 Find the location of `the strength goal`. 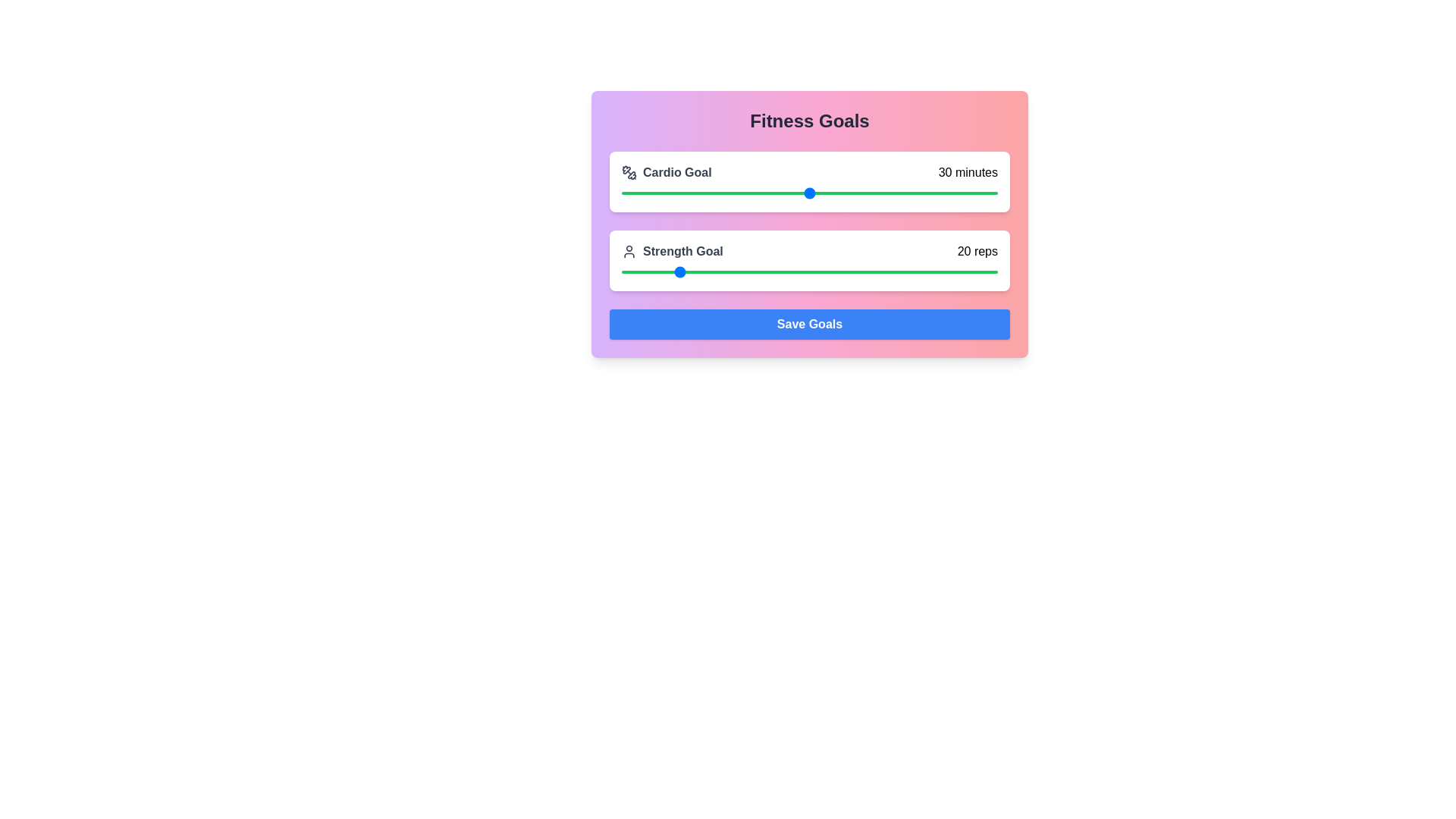

the strength goal is located at coordinates (654, 271).